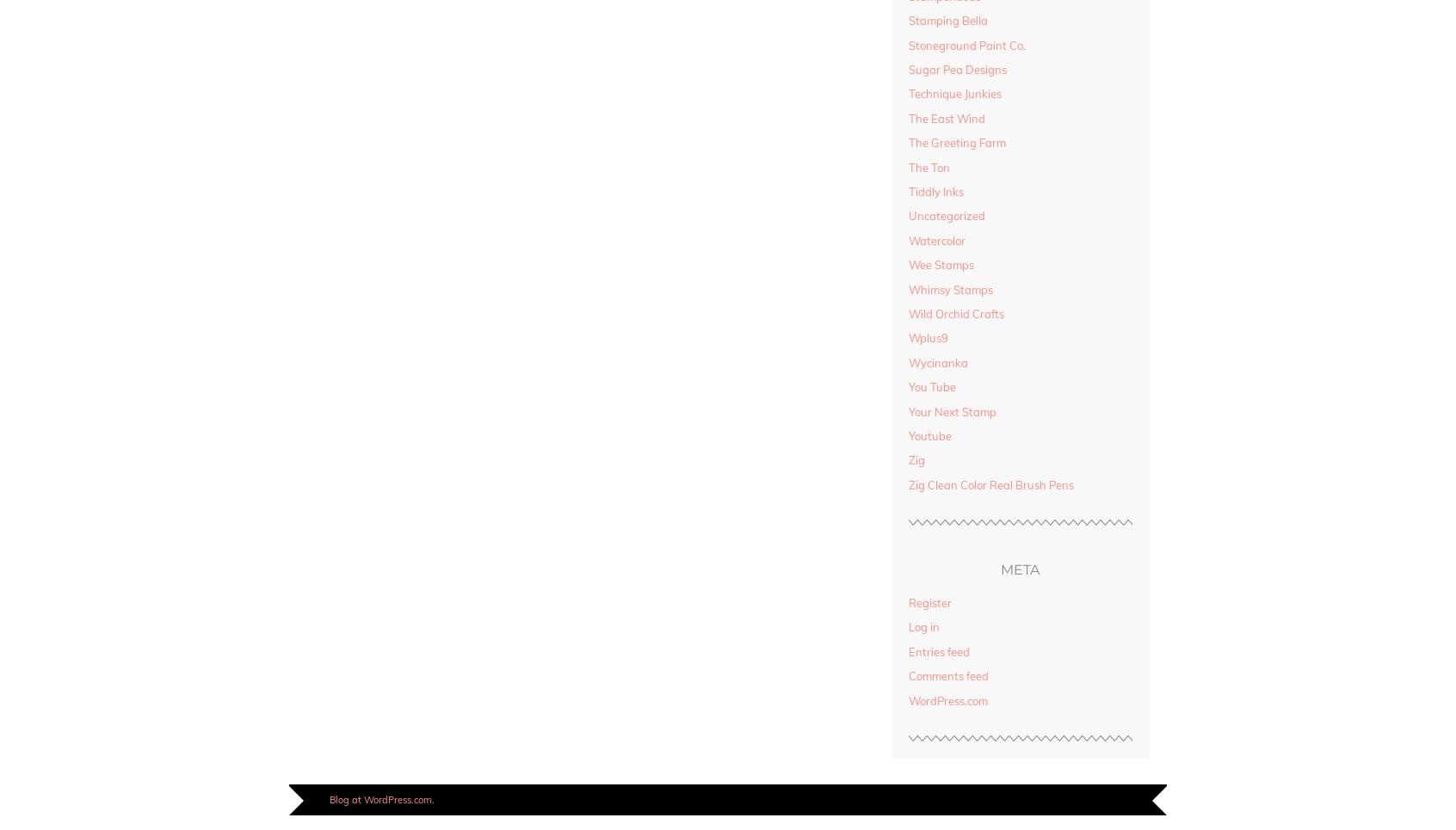 The height and width of the screenshot is (830, 1456). What do you see at coordinates (946, 214) in the screenshot?
I see `'Uncategorized'` at bounding box center [946, 214].